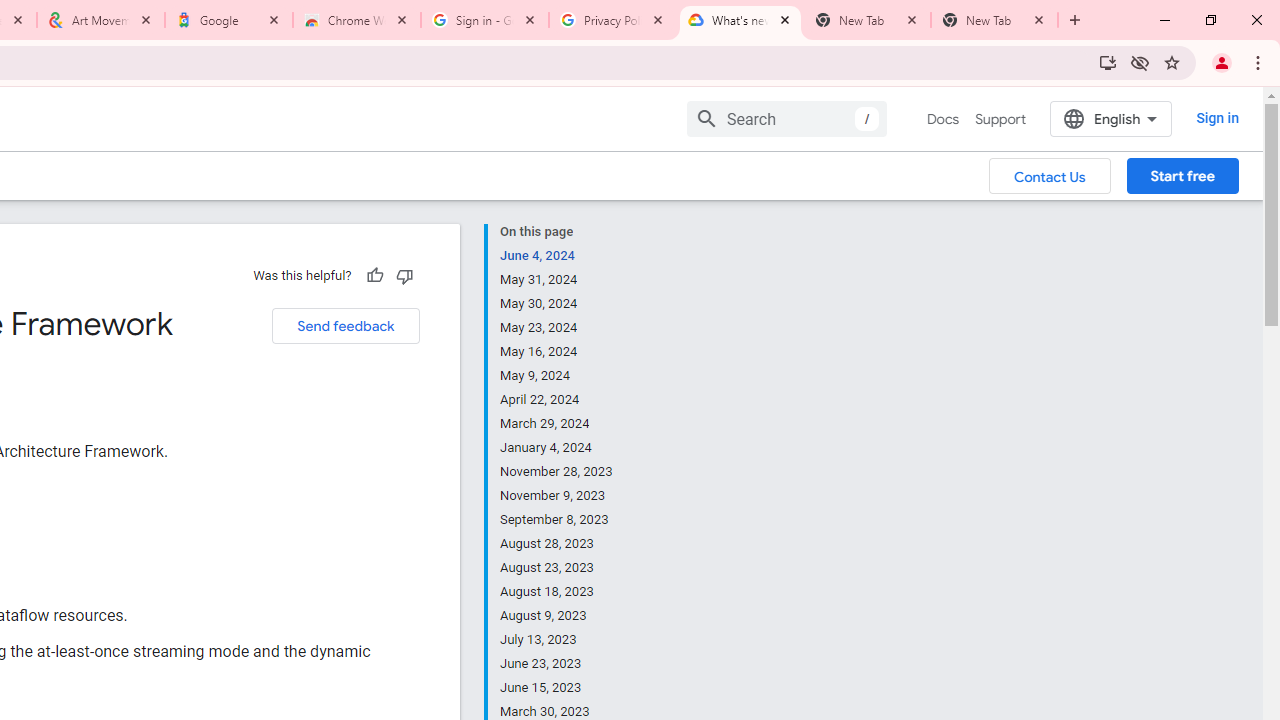 The width and height of the screenshot is (1280, 720). I want to click on 'September 8, 2023', so click(557, 519).